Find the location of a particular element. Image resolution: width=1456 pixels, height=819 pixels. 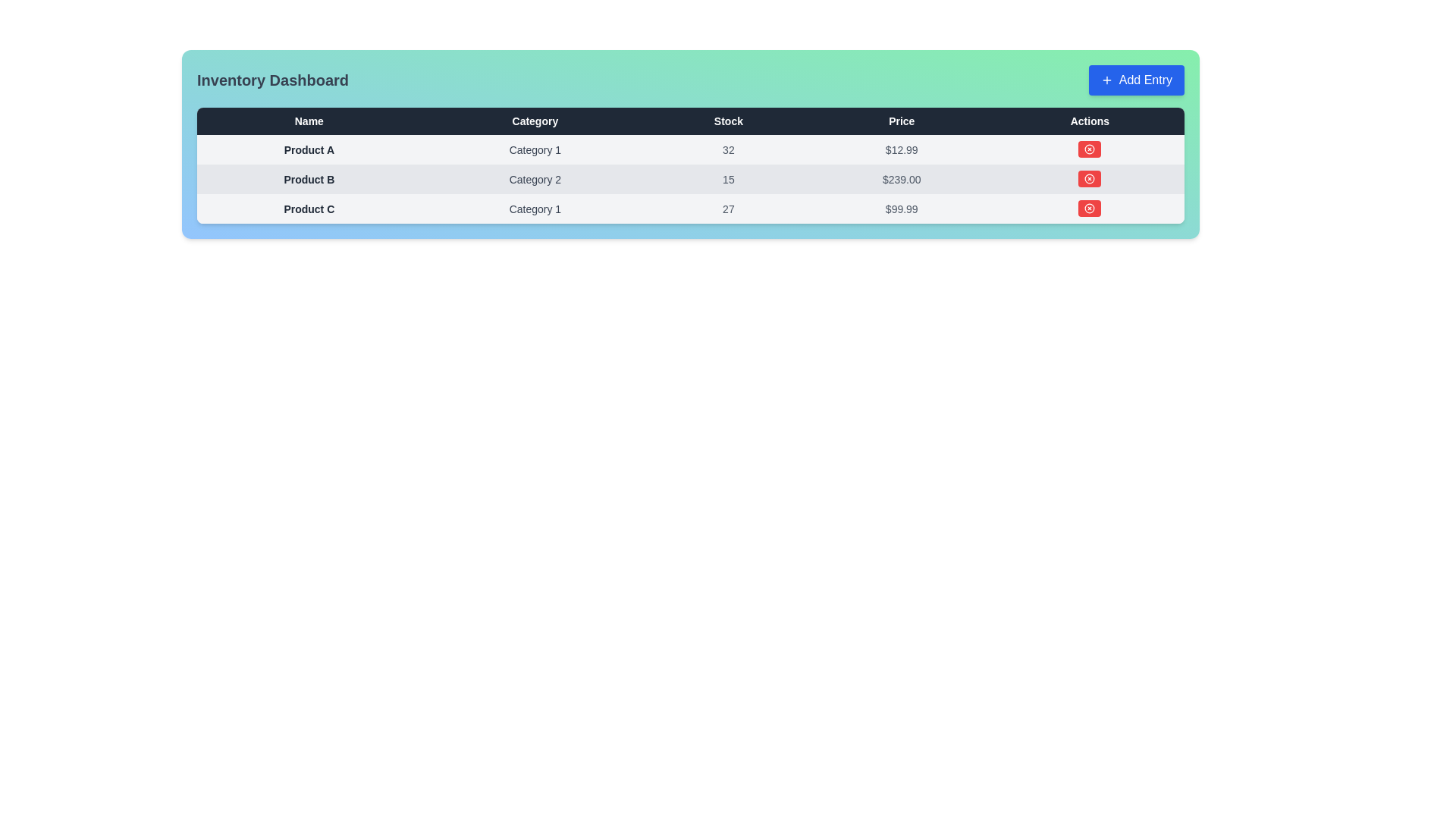

details shown for 'Product B' in the second row of the tabular layout, which includes information under the headers 'Name', 'Category', 'Stock', 'Price', and 'Actions' is located at coordinates (690, 178).